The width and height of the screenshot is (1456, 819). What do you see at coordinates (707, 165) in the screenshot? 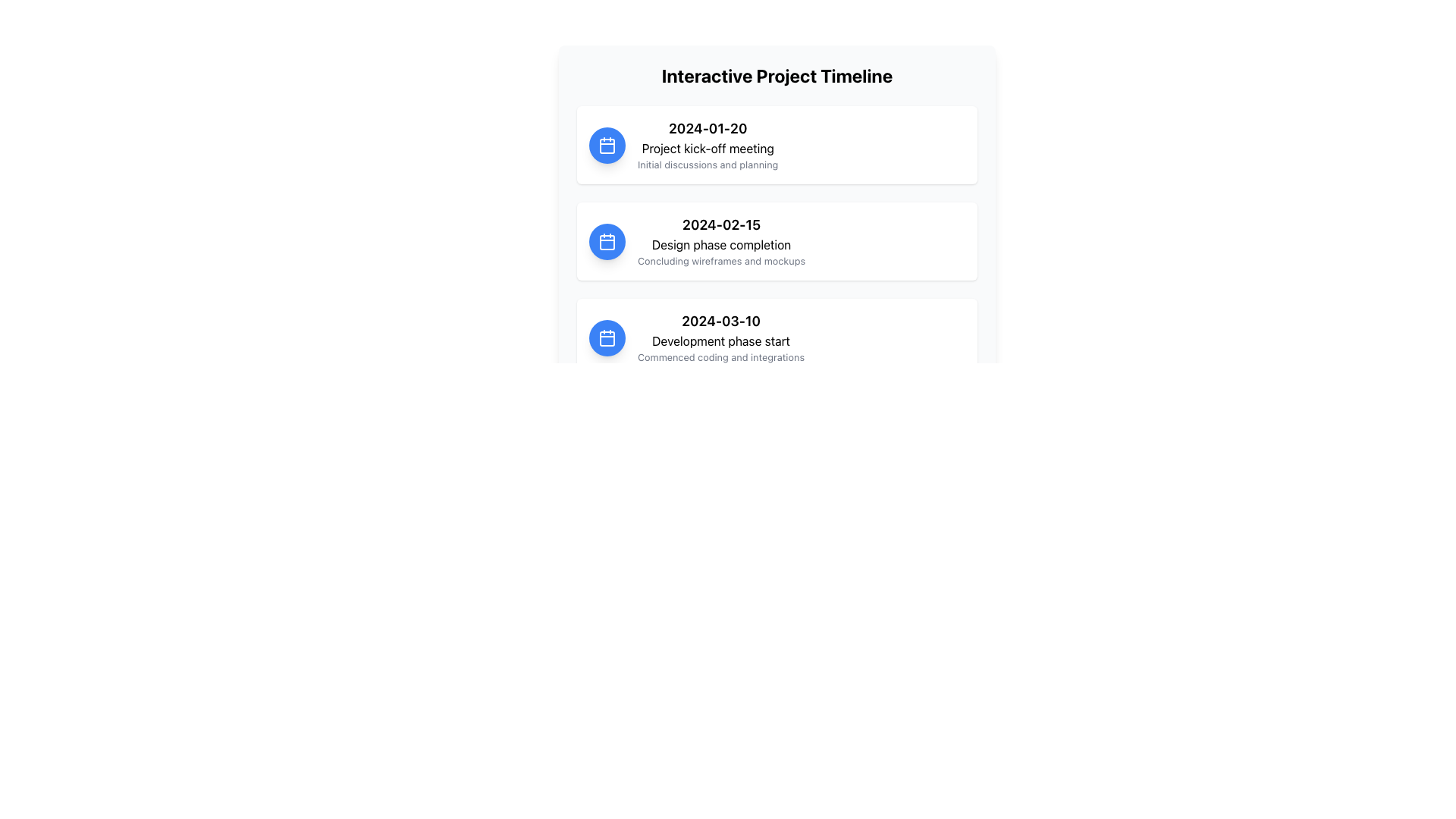
I see `description text located directly below the 'Project kick-off meeting' title in the first timeline event section` at bounding box center [707, 165].